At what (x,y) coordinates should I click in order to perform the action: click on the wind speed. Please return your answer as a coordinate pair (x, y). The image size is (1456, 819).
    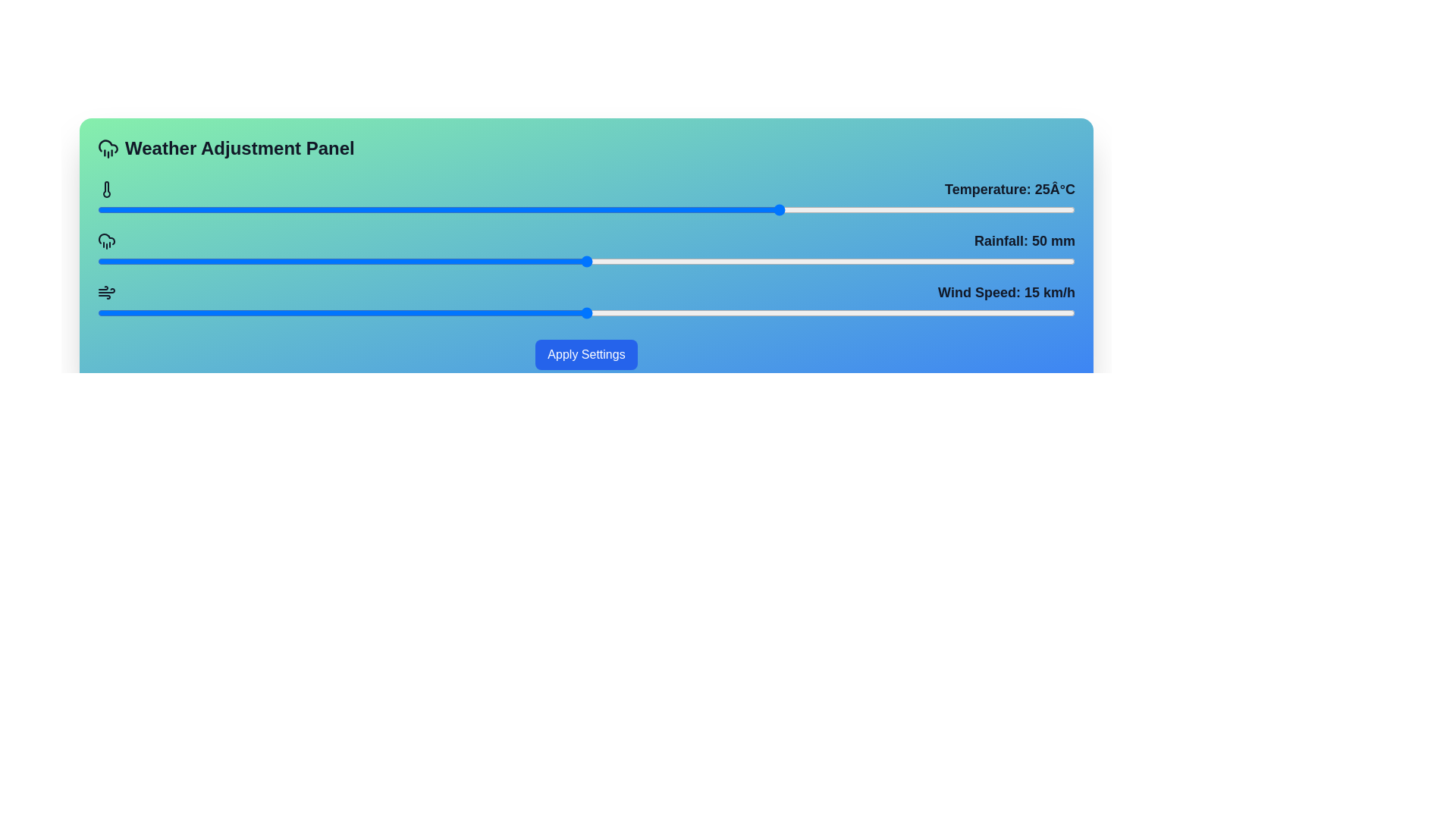
    Looking at the image, I should click on (293, 312).